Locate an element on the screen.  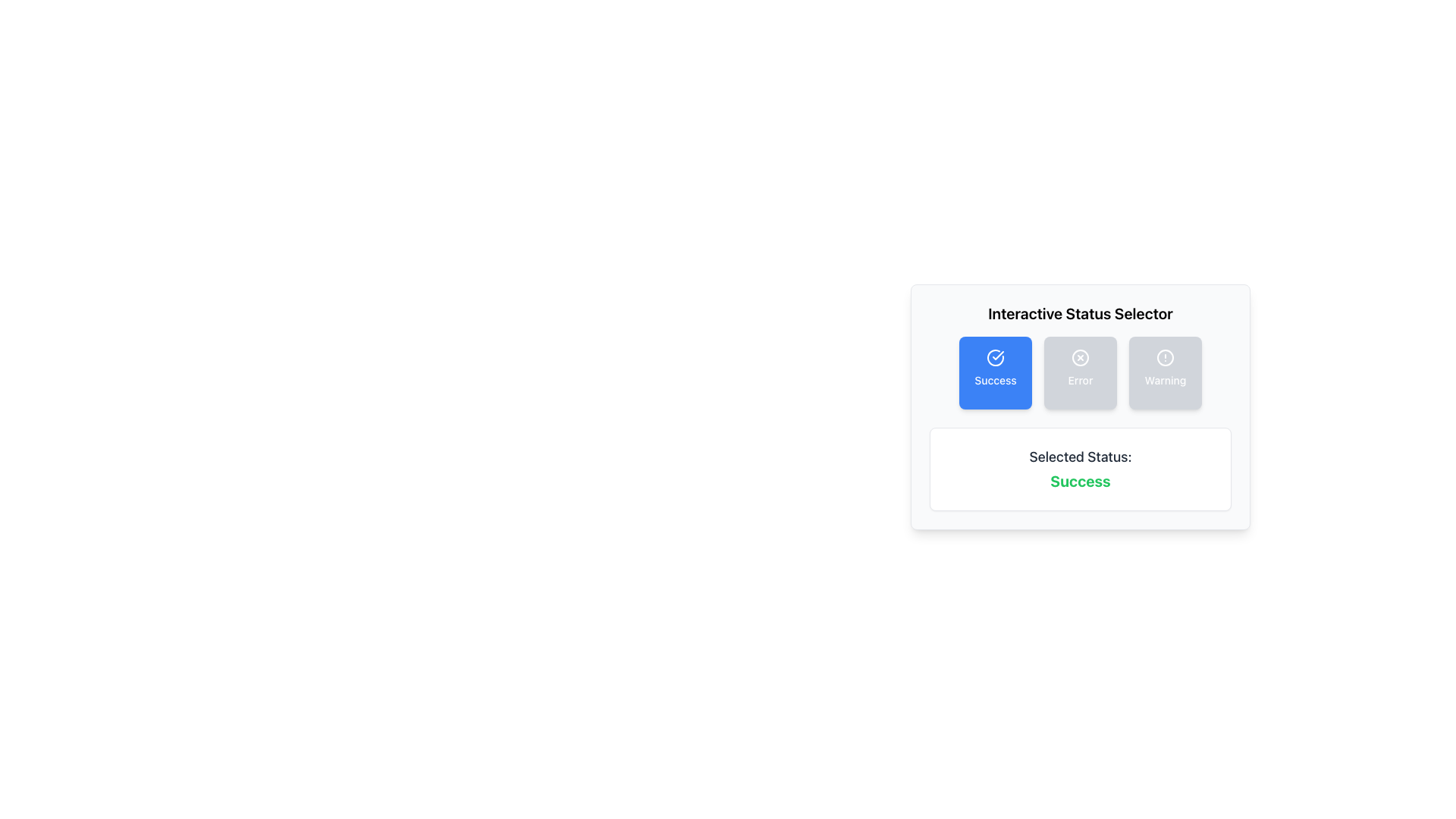
the checkmark icon within the blue circular background in the 'Success' section is located at coordinates (998, 356).